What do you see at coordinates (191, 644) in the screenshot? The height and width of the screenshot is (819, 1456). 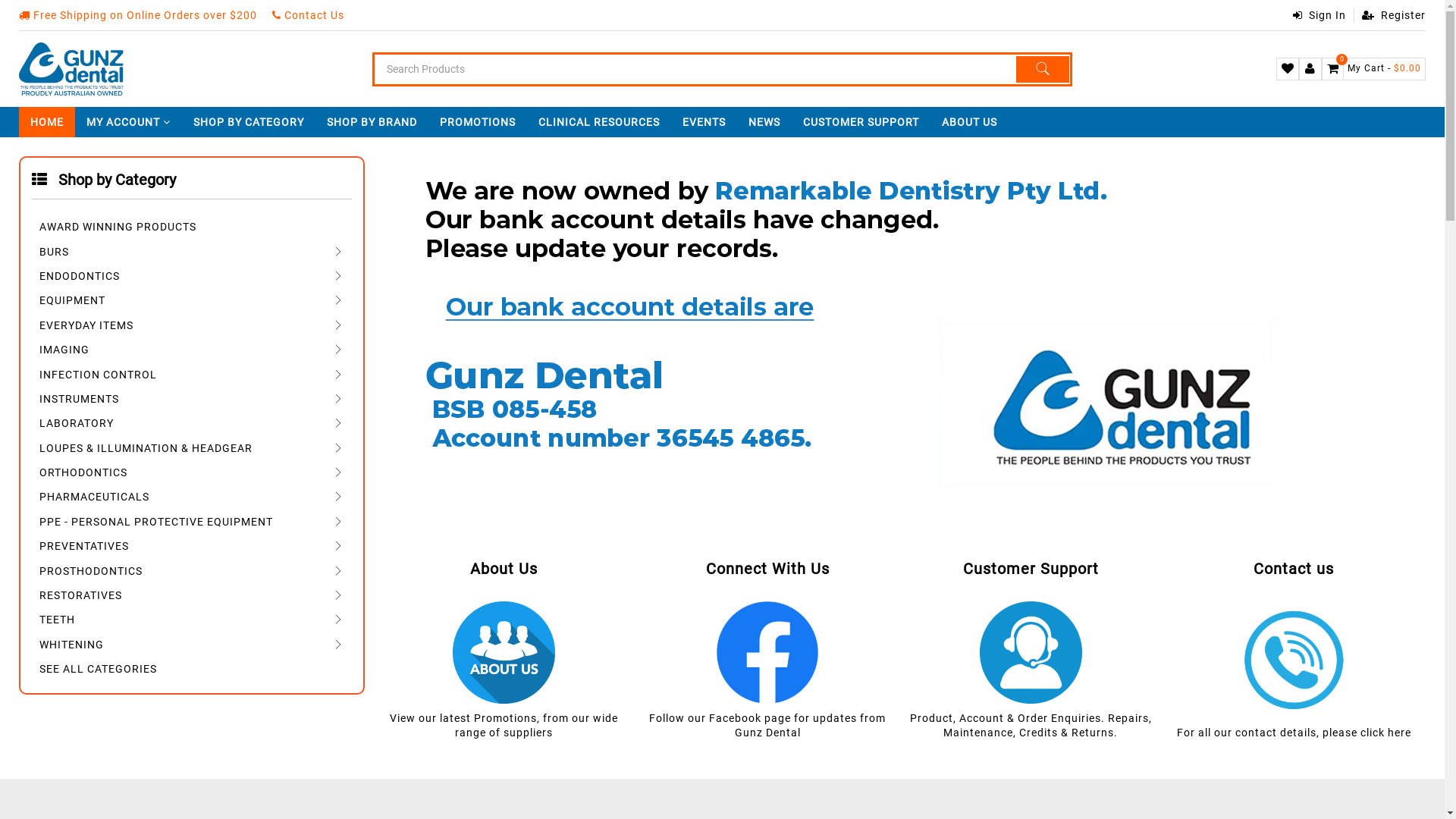 I see `'WHITENING'` at bounding box center [191, 644].